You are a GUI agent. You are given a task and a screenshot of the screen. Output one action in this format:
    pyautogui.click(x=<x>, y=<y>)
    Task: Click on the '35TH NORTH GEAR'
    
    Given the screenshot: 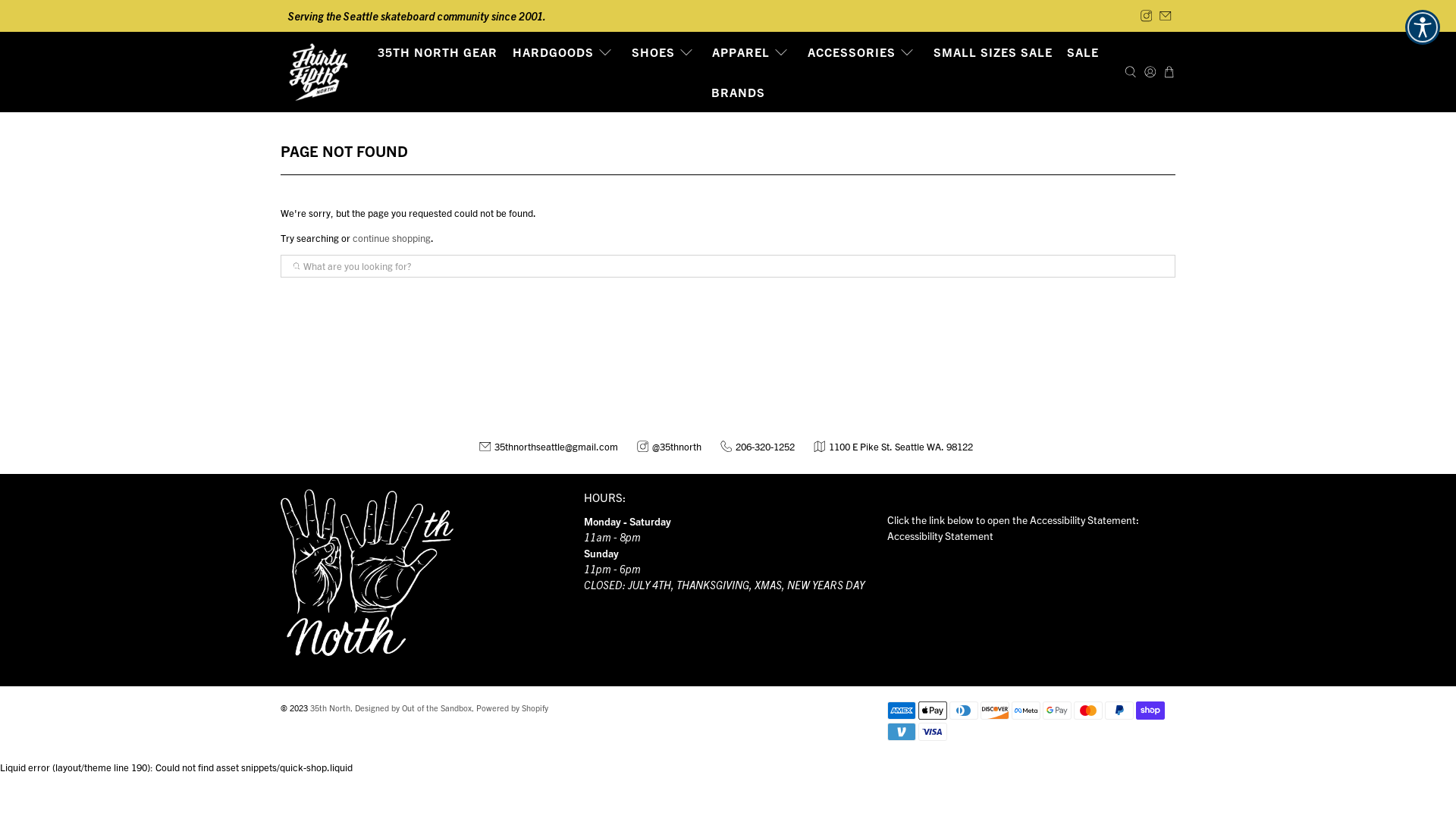 What is the action you would take?
    pyautogui.click(x=437, y=52)
    